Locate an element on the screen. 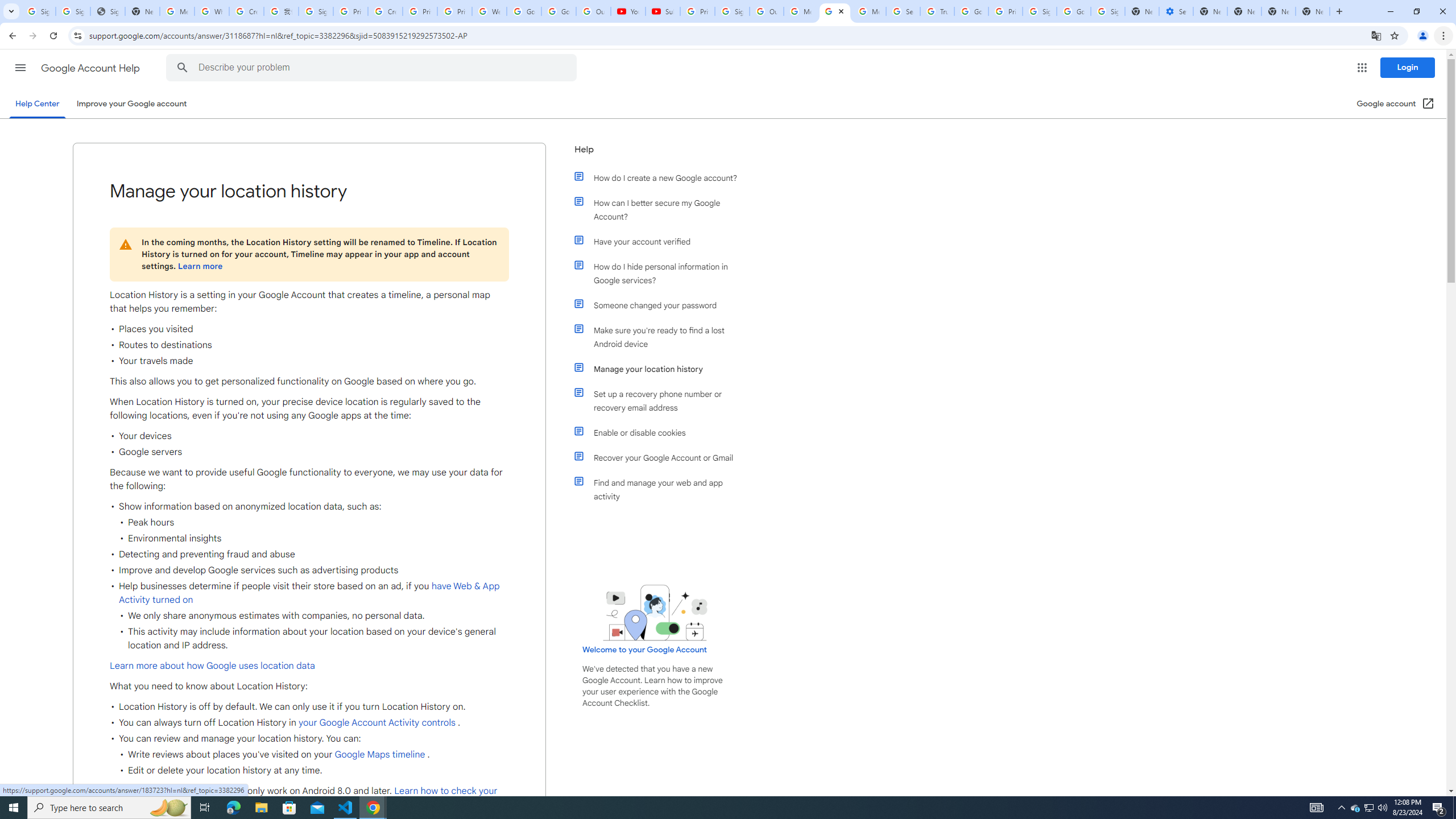 This screenshot has height=819, width=1456. 'Subscriptions - YouTube' is located at coordinates (663, 11).